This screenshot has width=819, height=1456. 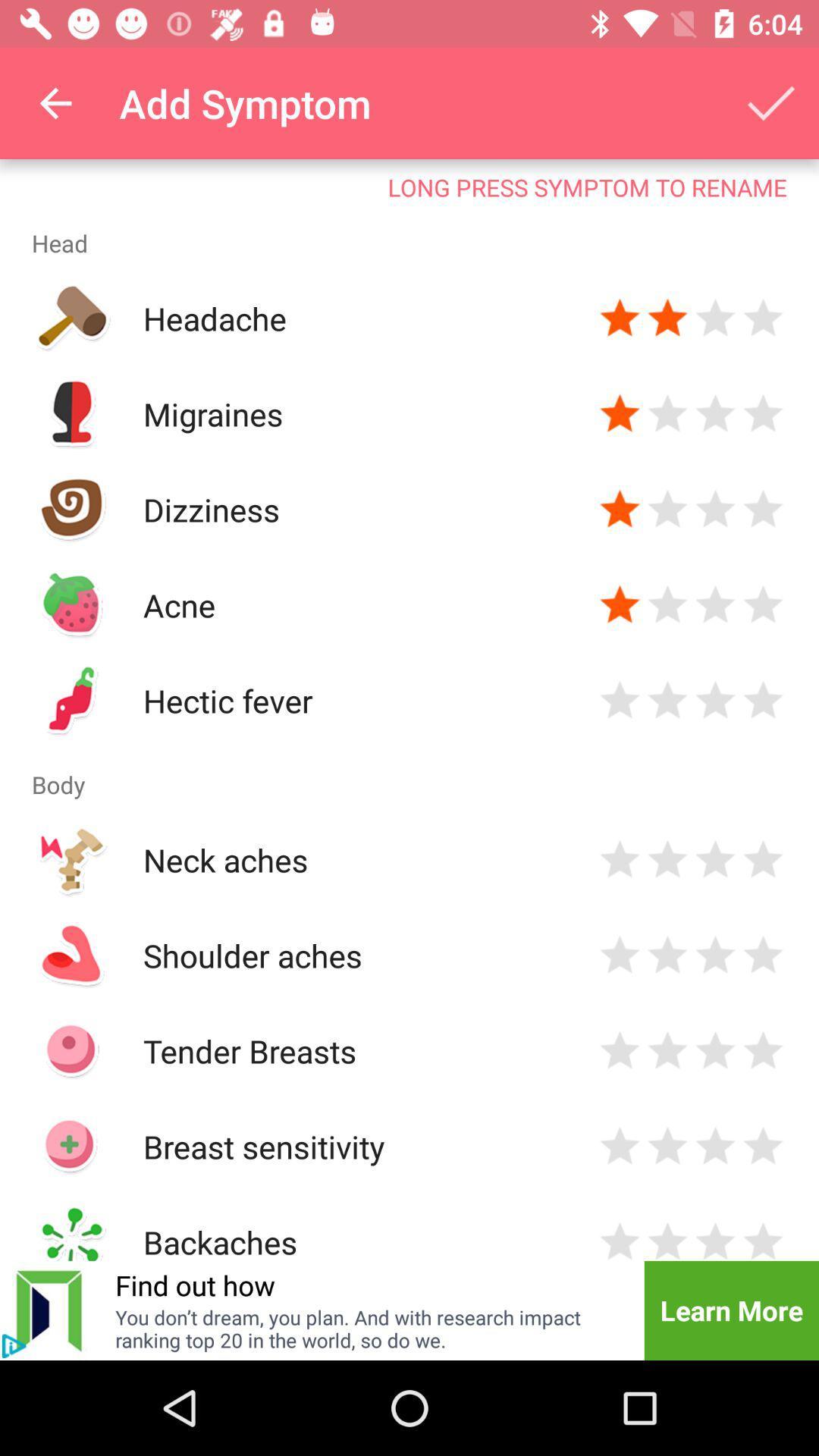 I want to click on star option, so click(x=763, y=1147).